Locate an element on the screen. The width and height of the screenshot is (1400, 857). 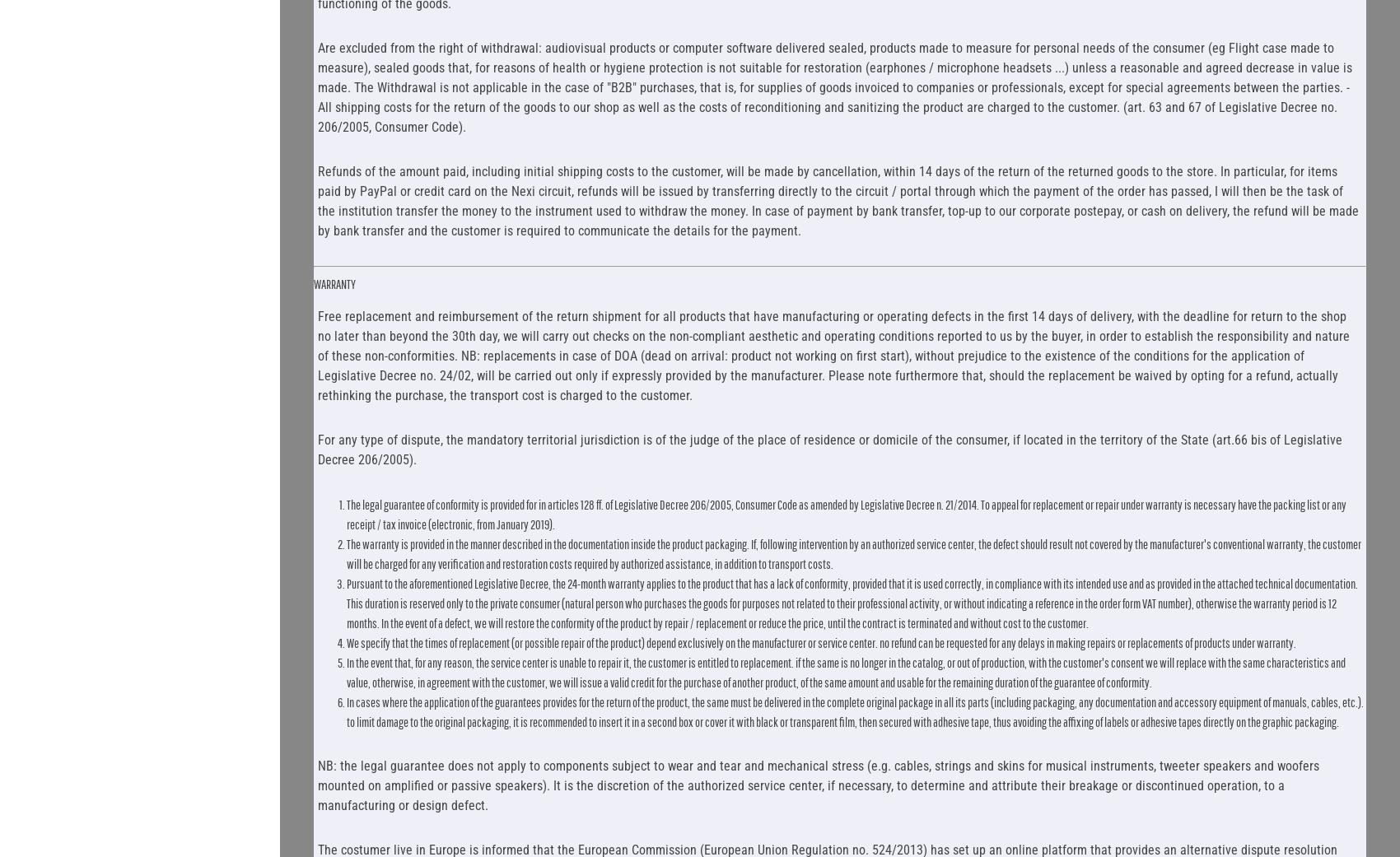
'WARRANTY' is located at coordinates (311, 283).